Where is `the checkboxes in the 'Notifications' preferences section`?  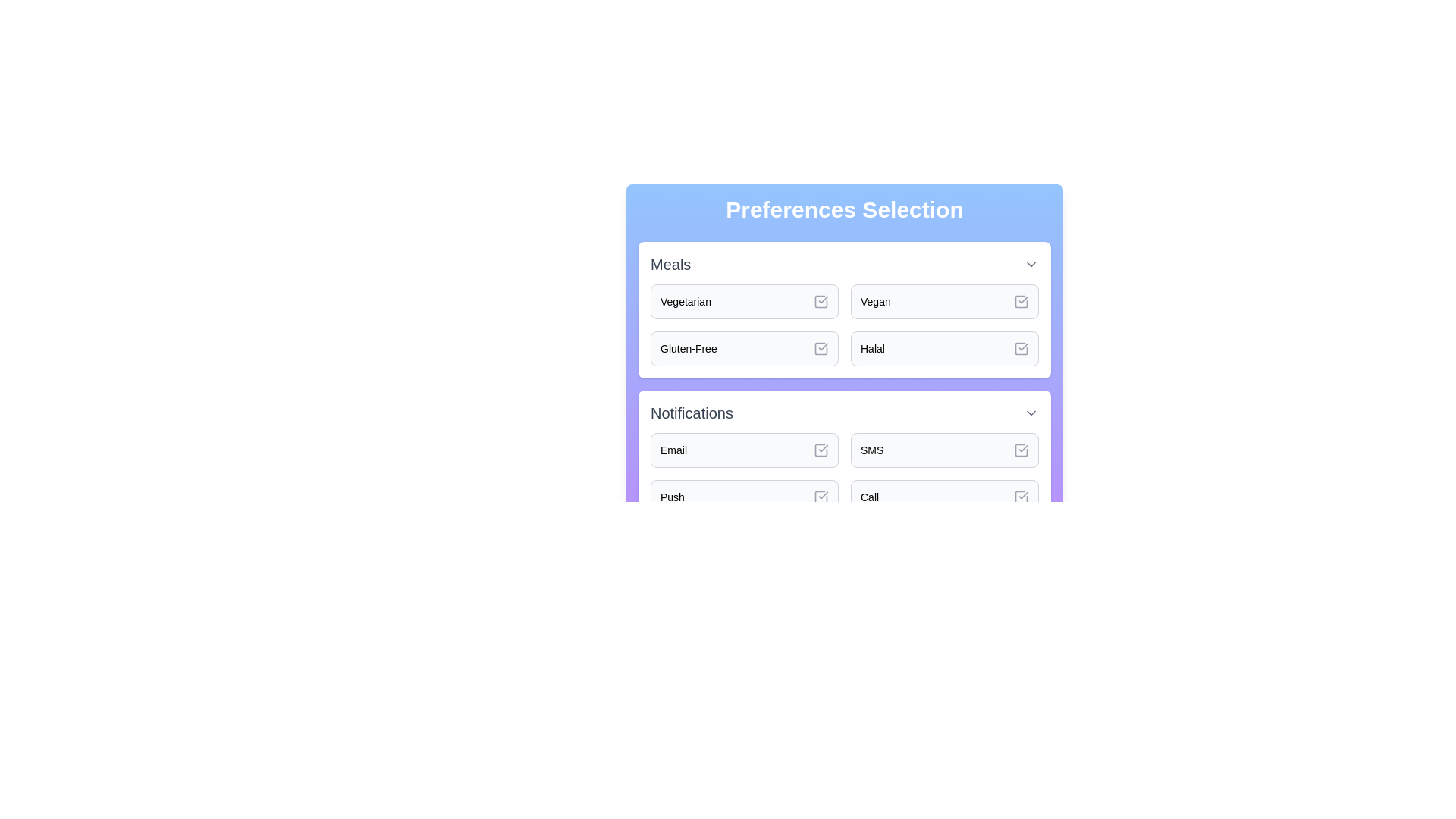
the checkboxes in the 'Notifications' preferences section is located at coordinates (843, 472).